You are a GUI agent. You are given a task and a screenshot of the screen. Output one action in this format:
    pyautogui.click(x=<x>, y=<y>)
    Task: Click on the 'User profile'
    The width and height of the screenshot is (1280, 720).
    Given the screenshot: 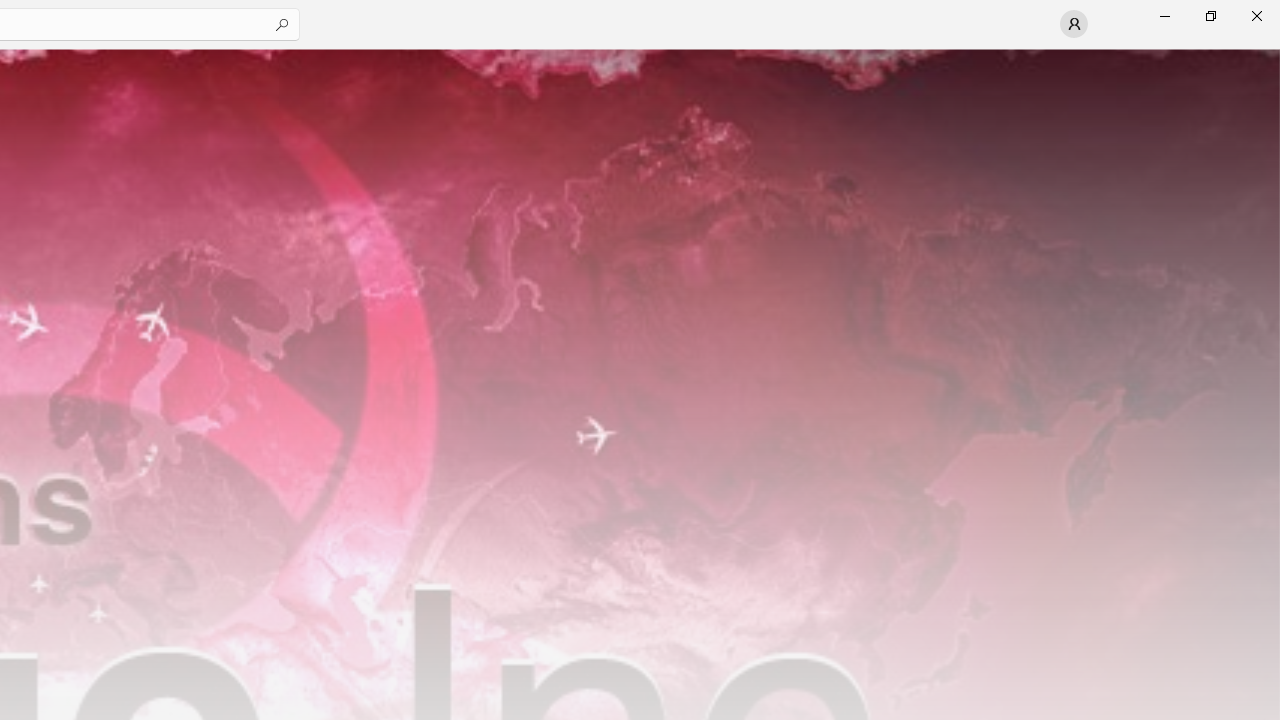 What is the action you would take?
    pyautogui.click(x=1072, y=24)
    